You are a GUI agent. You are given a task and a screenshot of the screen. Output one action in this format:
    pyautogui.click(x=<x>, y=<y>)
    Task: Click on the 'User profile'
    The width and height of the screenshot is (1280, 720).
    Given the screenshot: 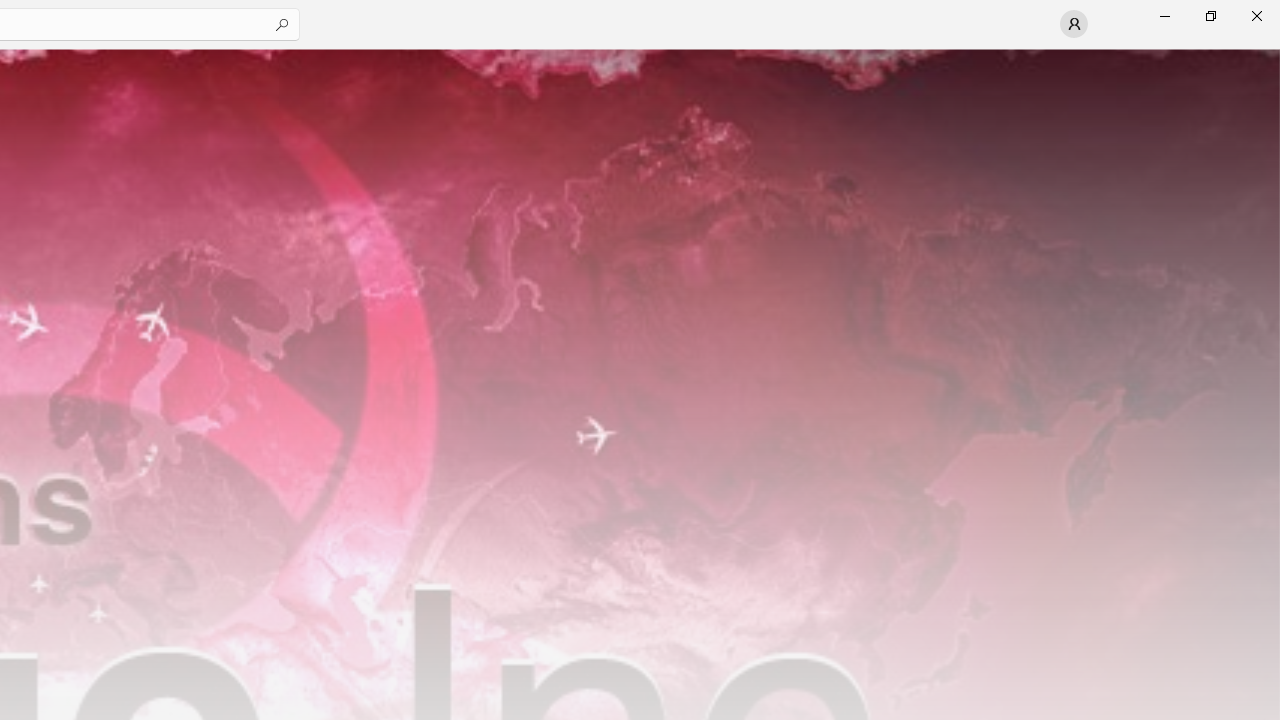 What is the action you would take?
    pyautogui.click(x=1072, y=24)
    